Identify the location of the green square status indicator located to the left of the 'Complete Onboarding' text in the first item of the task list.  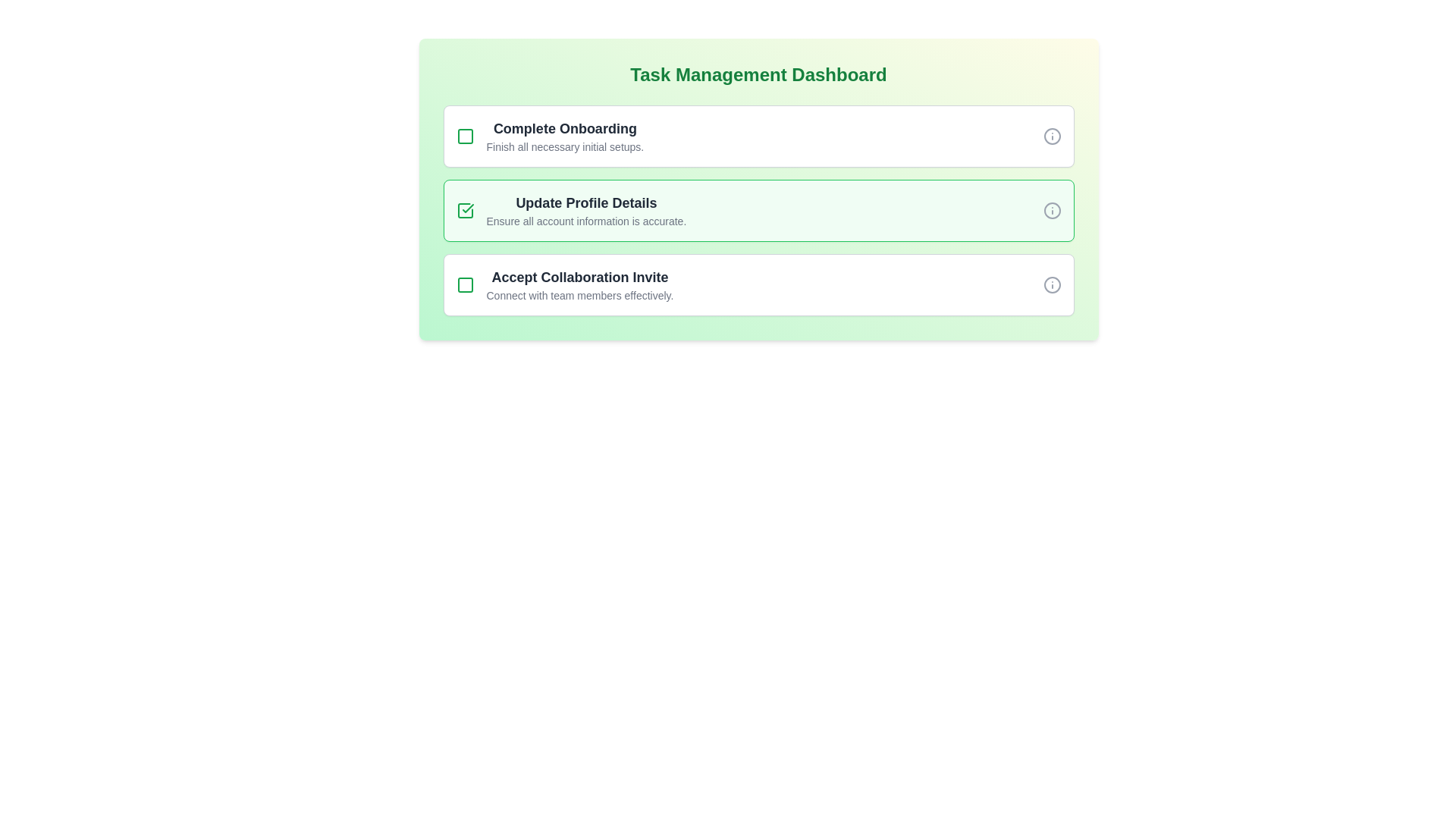
(464, 136).